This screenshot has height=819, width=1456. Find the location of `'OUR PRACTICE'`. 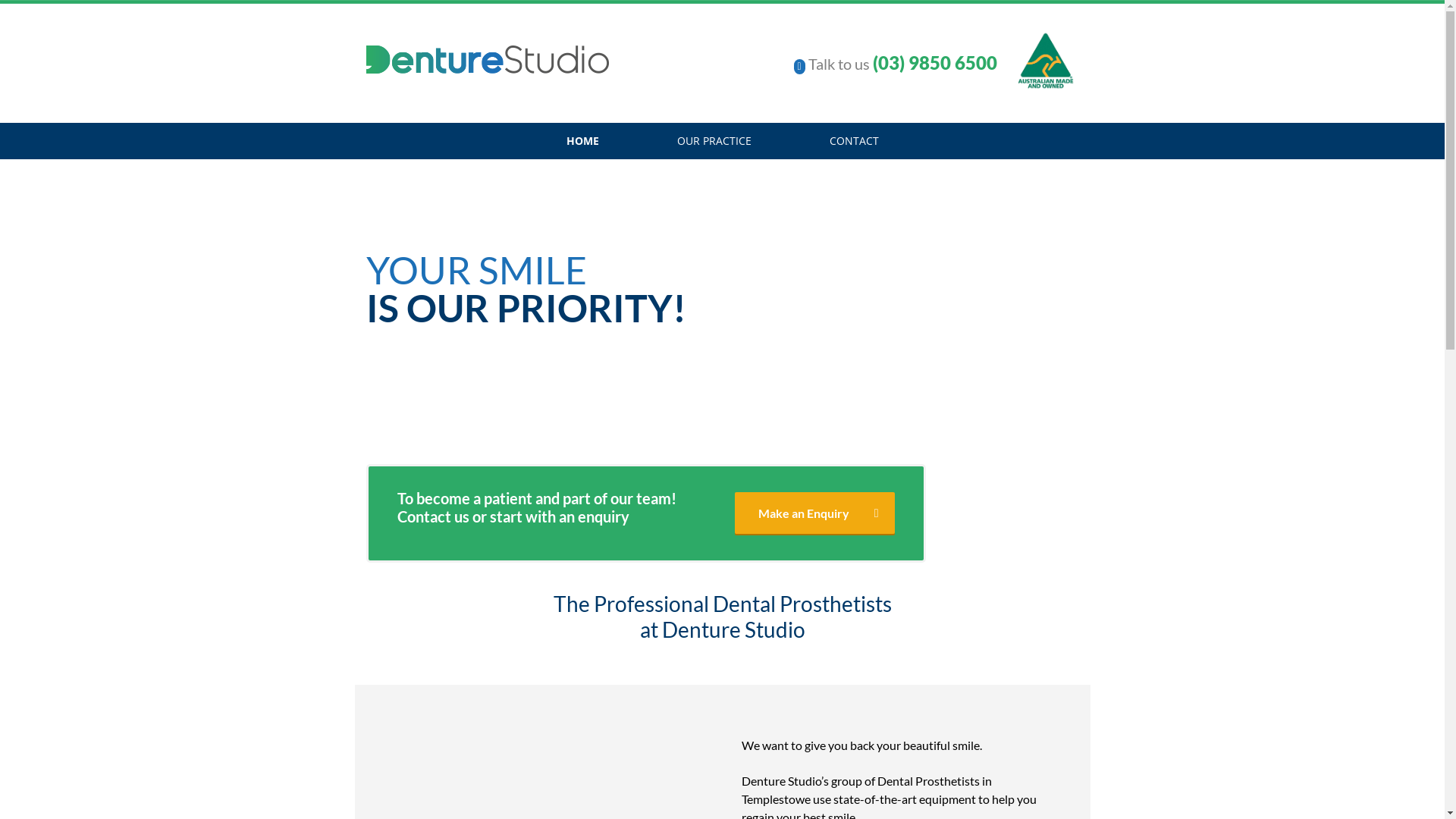

'OUR PRACTICE' is located at coordinates (712, 140).